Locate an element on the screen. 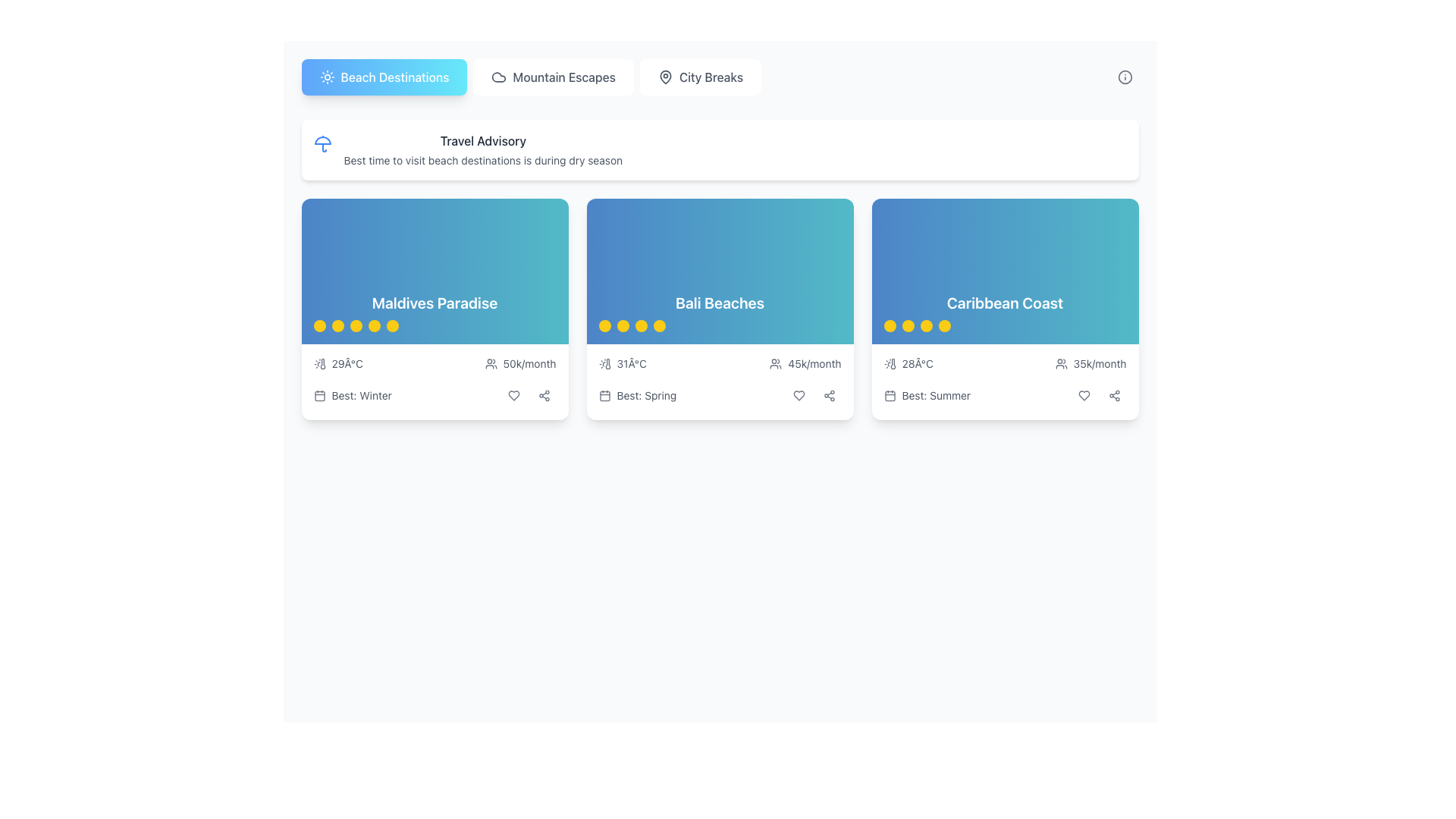  the minimalistic vertical thermometer icon with a rounded bulb, located at the bottom left of the second card, adjacent to the temperature indicator text is located at coordinates (607, 363).